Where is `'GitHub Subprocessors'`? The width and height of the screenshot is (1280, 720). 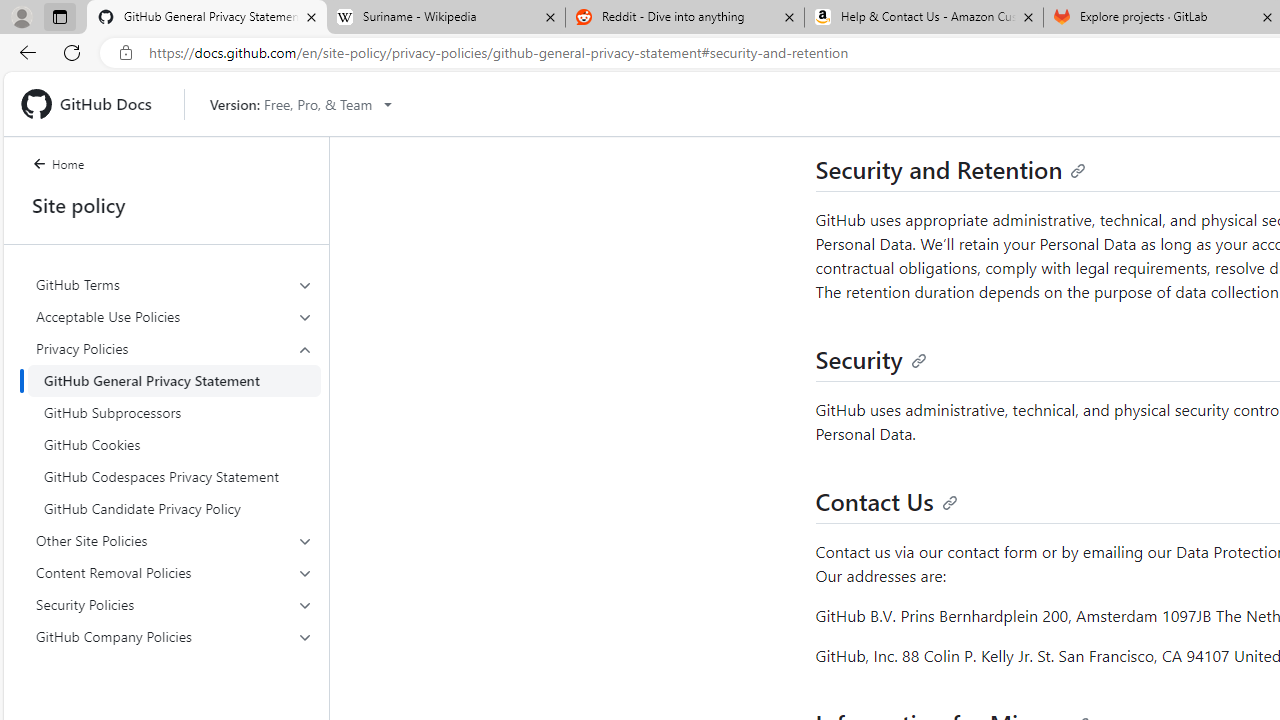 'GitHub Subprocessors' is located at coordinates (174, 411).